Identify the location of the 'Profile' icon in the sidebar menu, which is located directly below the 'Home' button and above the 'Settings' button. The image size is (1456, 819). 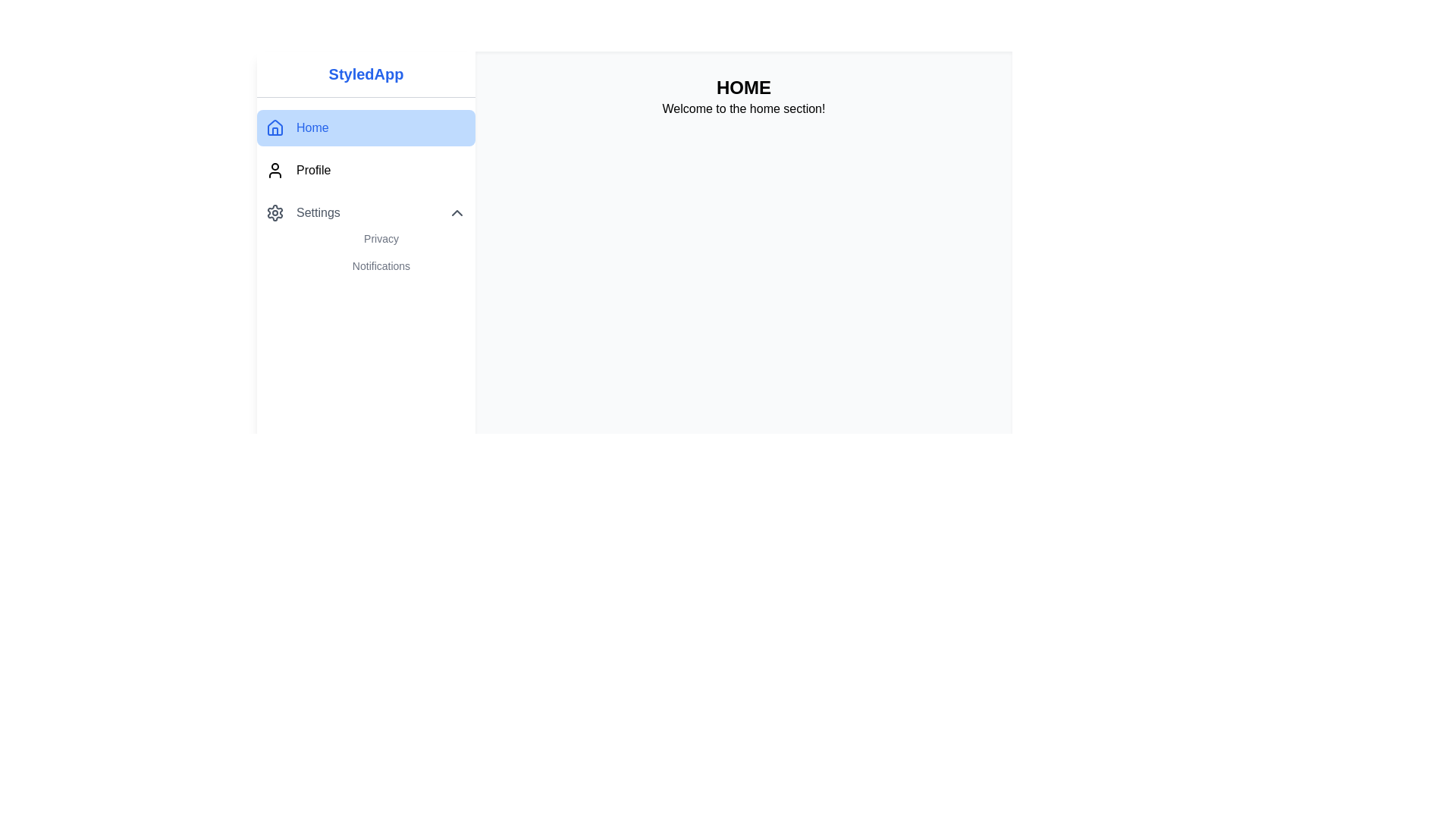
(275, 170).